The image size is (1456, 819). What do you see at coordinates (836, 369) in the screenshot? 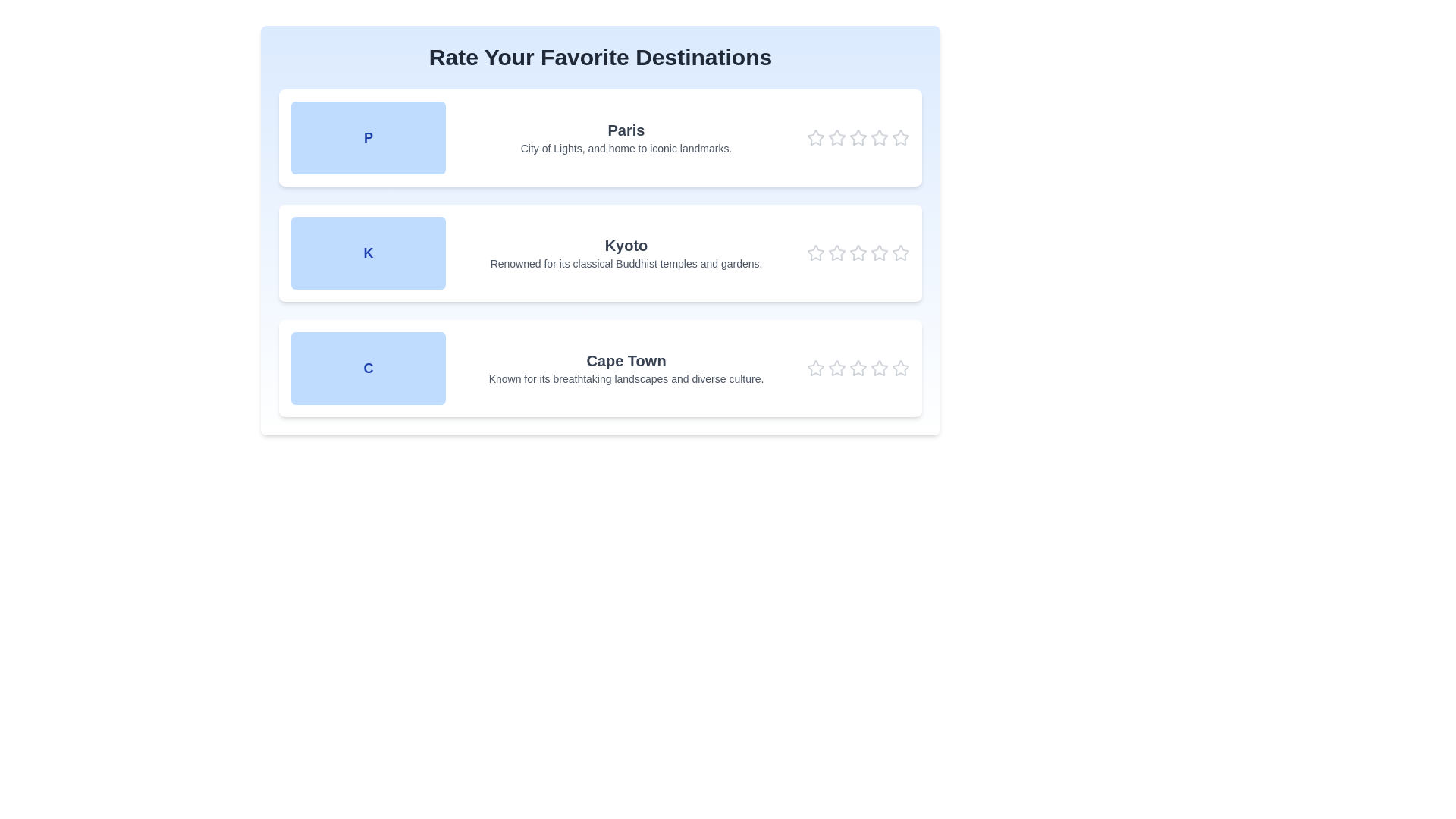
I see `the third star icon in the series of six stars for rating in the 'Cape Town' section to capture user feedback` at bounding box center [836, 369].